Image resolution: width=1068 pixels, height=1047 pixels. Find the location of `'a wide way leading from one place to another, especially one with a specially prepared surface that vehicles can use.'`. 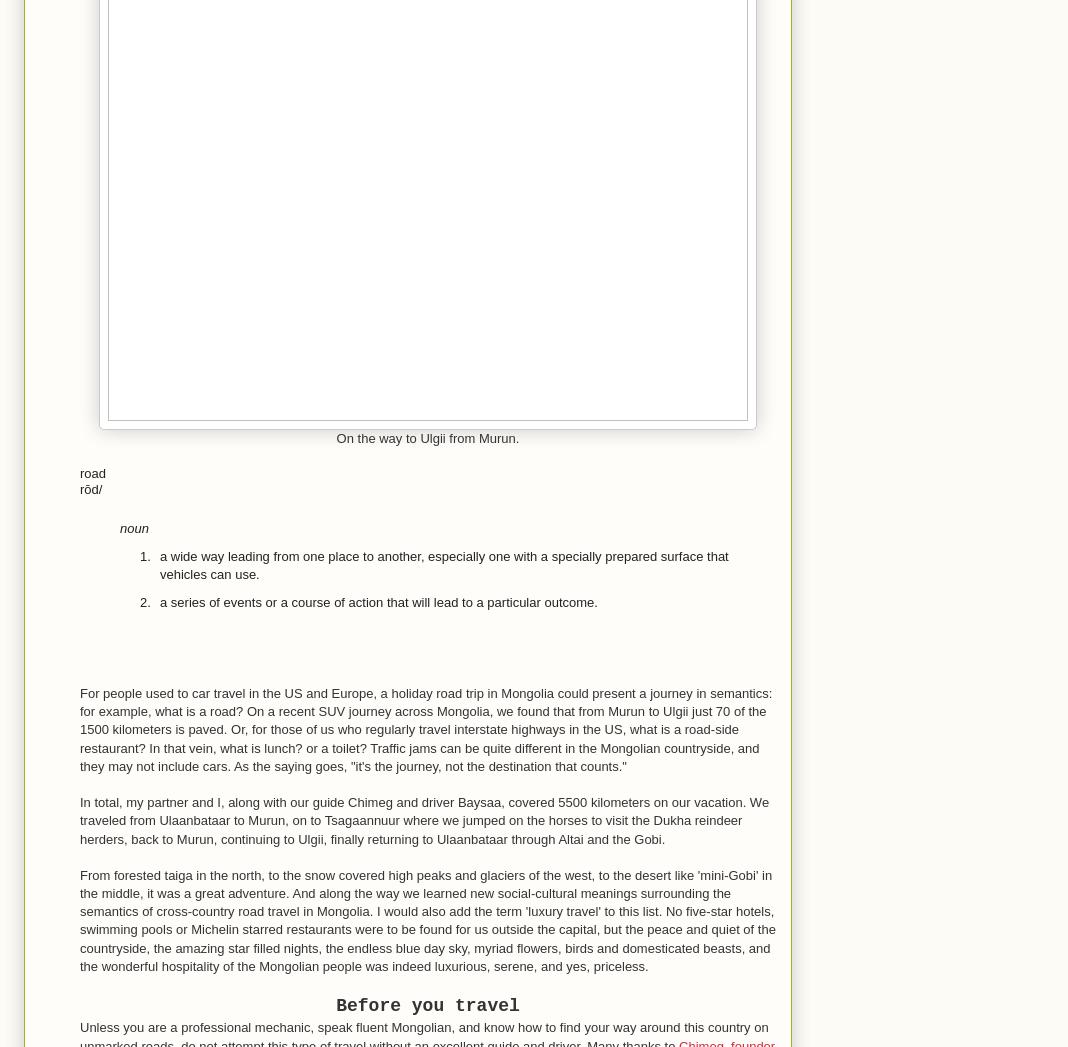

'a wide way leading from one place to another, especially one with a specially prepared surface that vehicles can use.' is located at coordinates (159, 564).